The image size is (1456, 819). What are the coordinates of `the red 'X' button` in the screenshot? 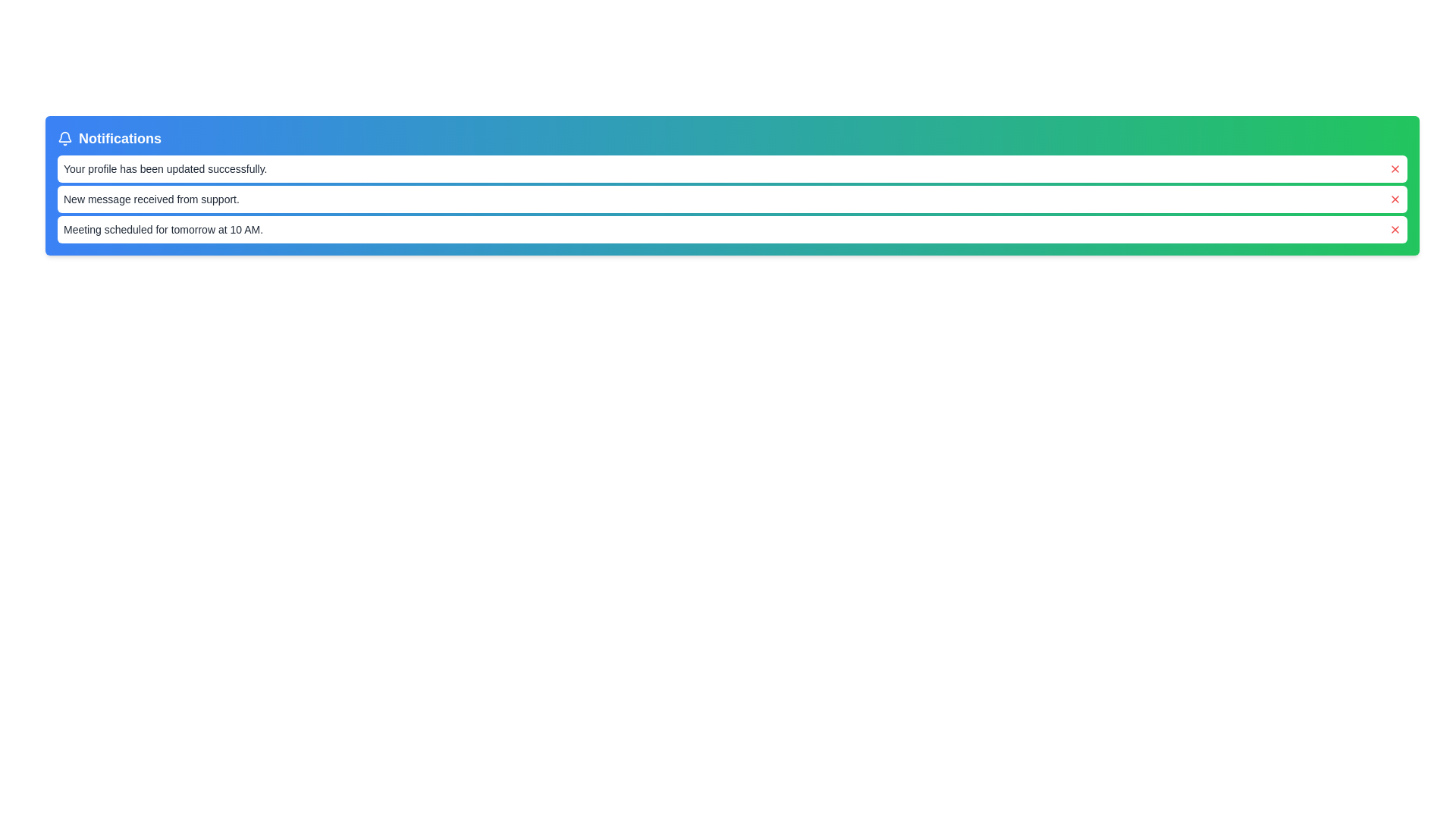 It's located at (1395, 198).